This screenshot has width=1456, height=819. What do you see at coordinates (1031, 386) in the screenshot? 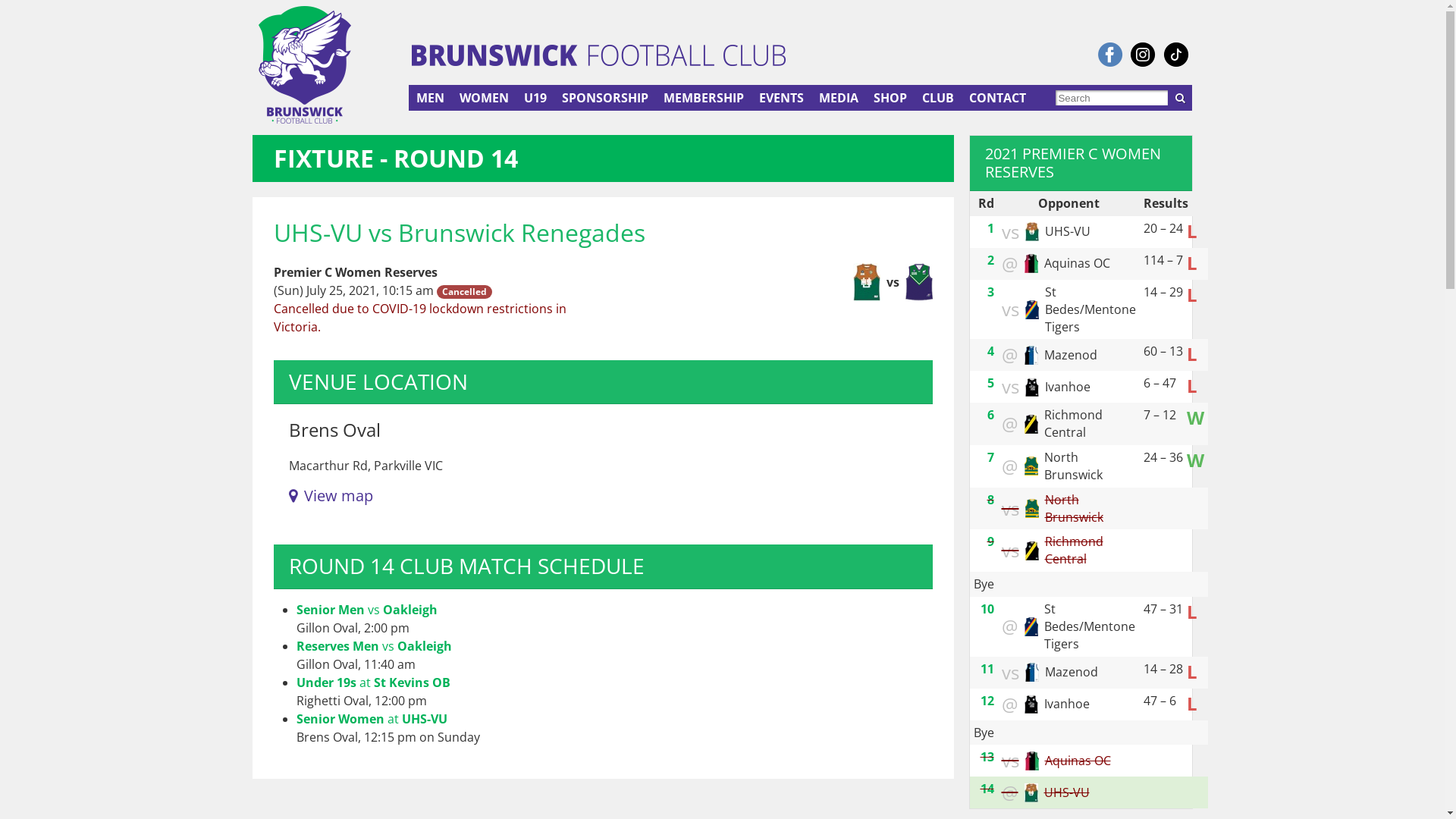
I see `'Ivanhoe'` at bounding box center [1031, 386].